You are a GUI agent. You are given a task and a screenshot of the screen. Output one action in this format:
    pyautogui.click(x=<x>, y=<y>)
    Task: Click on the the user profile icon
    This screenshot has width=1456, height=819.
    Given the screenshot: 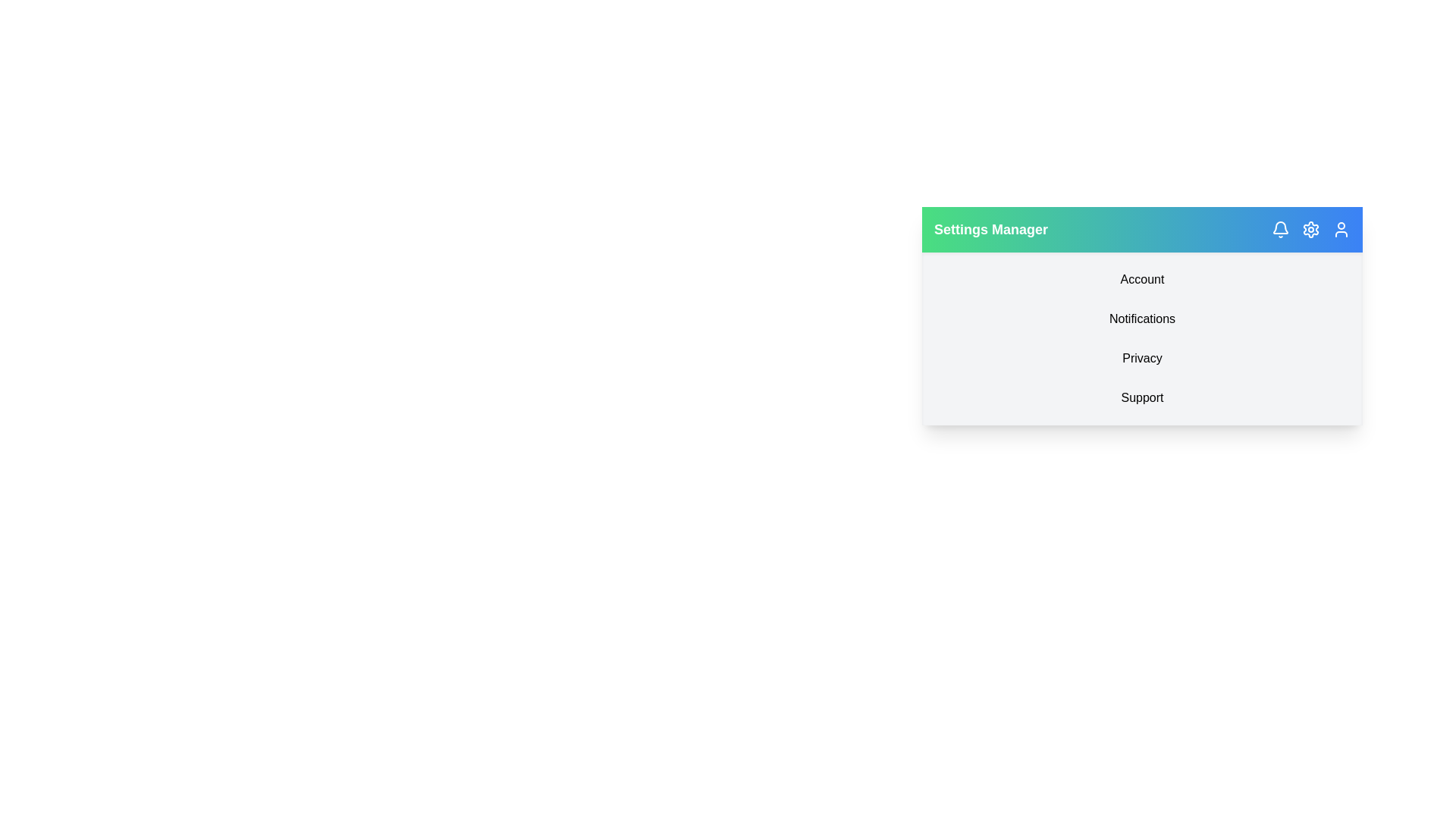 What is the action you would take?
    pyautogui.click(x=1341, y=230)
    